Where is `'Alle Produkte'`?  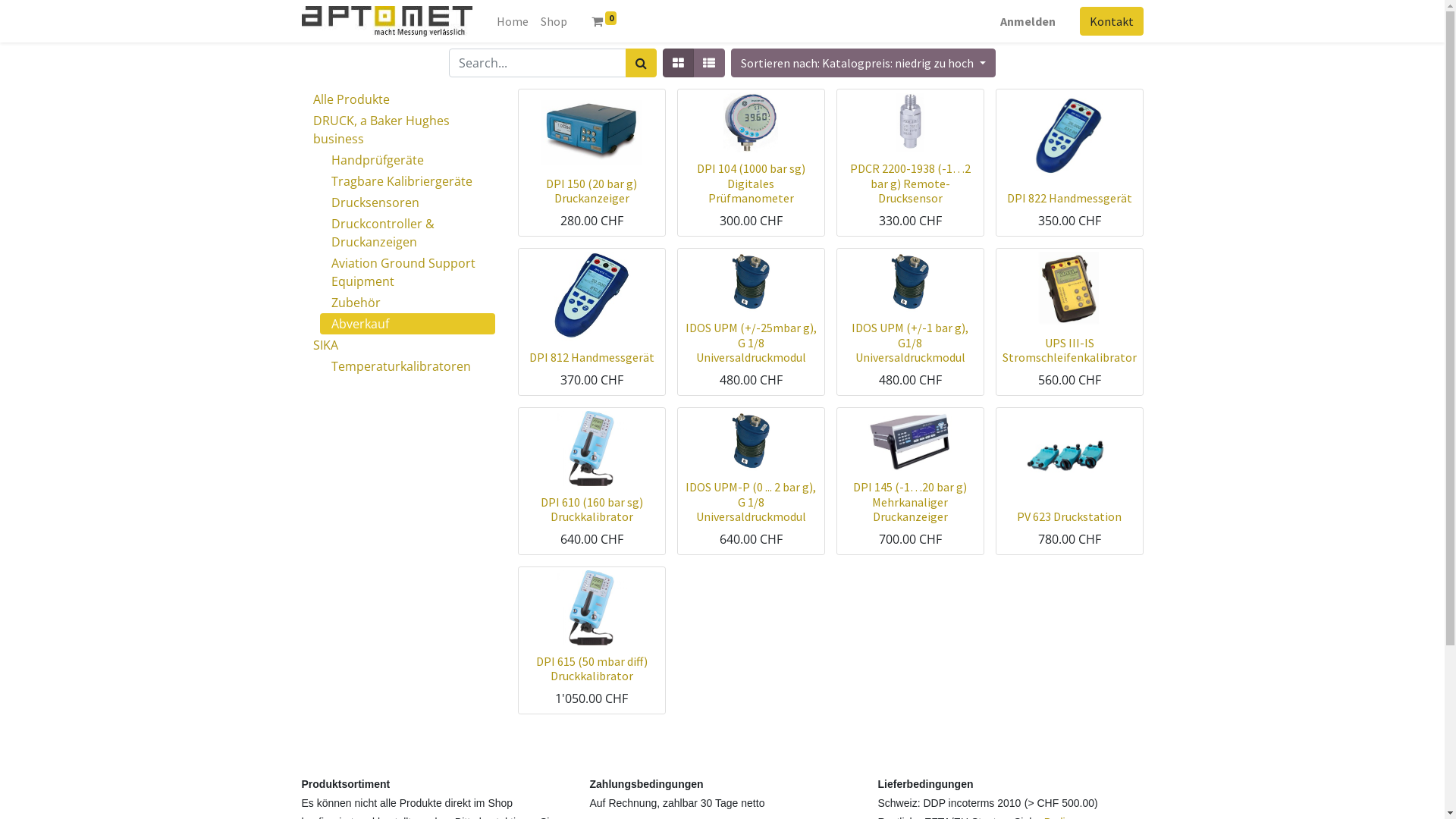 'Alle Produkte' is located at coordinates (398, 99).